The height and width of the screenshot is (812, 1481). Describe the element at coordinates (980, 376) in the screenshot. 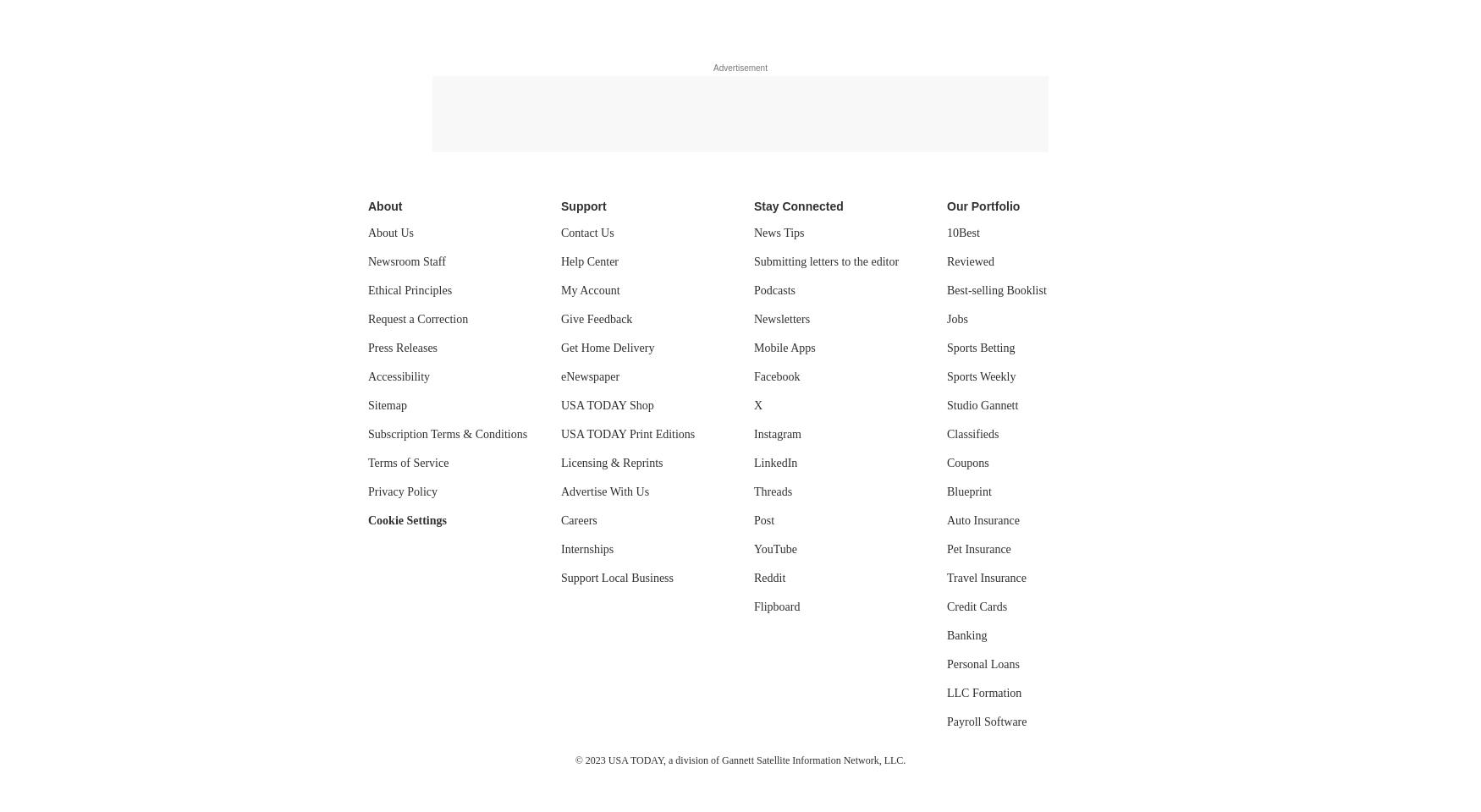

I see `'Sports Weekly'` at that location.